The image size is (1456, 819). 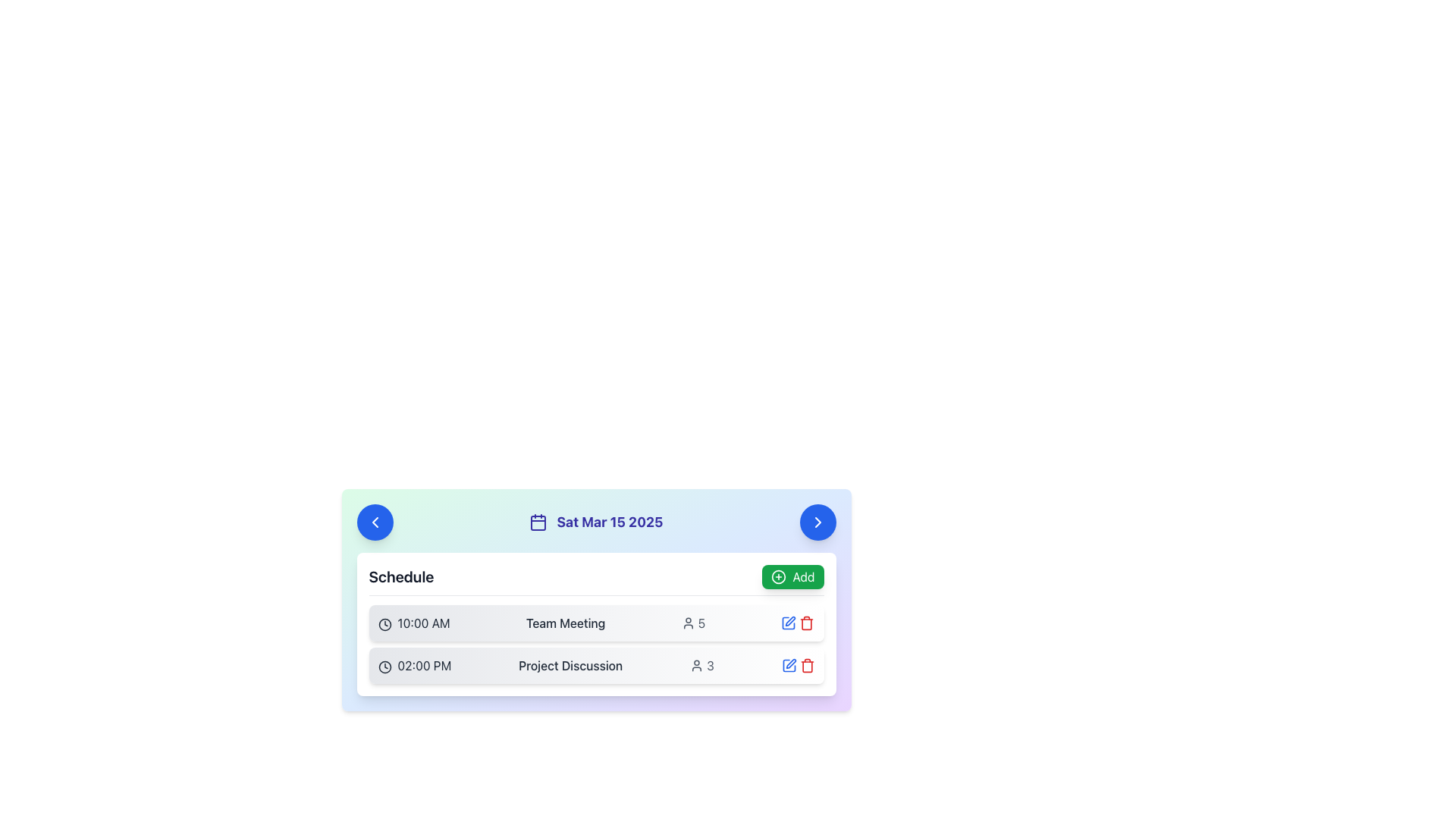 What do you see at coordinates (570, 665) in the screenshot?
I see `text label that says 'Project Discussion' styled in gray font, which is located in the second row of scheduled events, next to the time indicator '02:00 PM'` at bounding box center [570, 665].